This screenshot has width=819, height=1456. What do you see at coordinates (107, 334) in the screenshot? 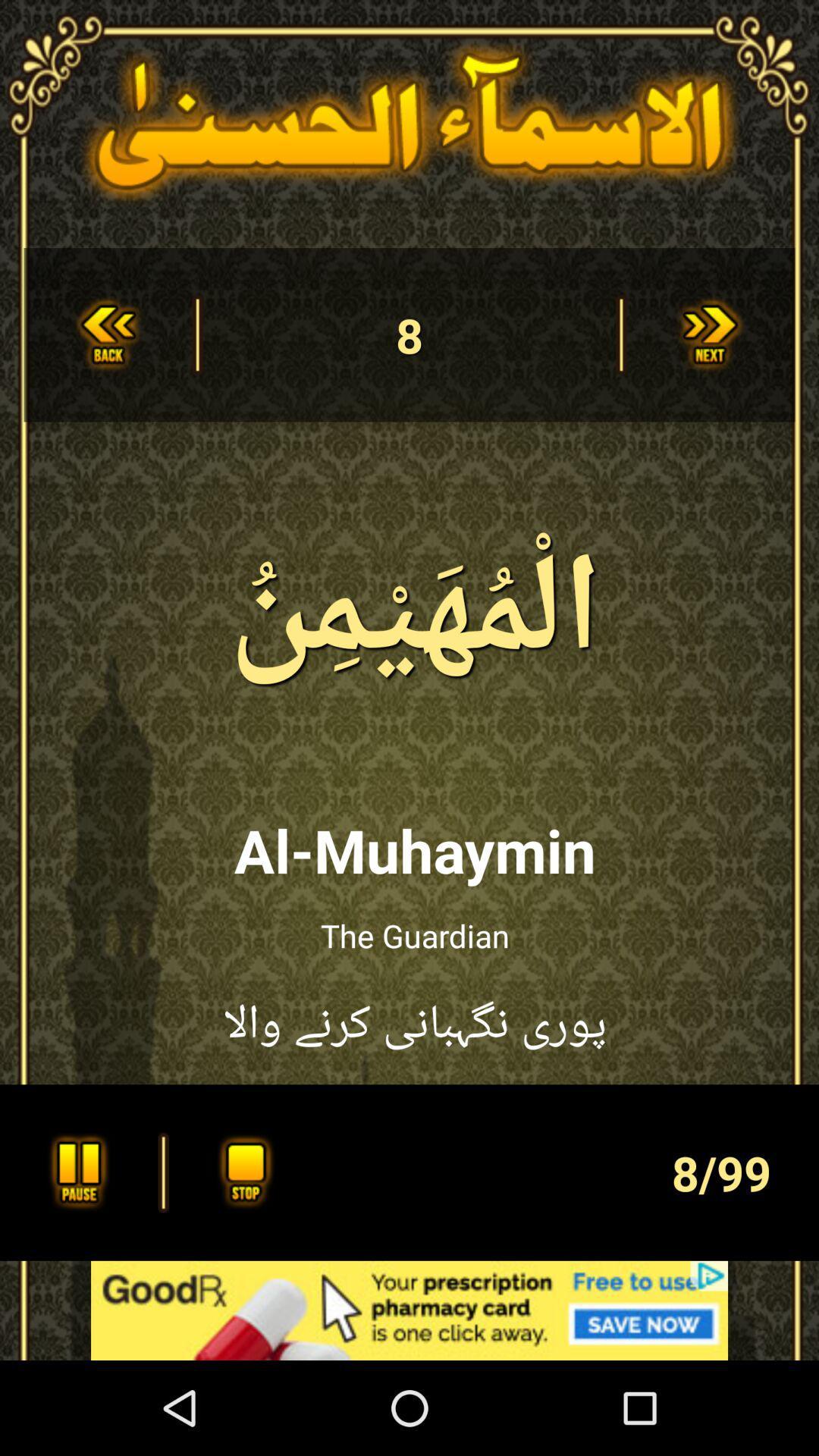
I see `back` at bounding box center [107, 334].